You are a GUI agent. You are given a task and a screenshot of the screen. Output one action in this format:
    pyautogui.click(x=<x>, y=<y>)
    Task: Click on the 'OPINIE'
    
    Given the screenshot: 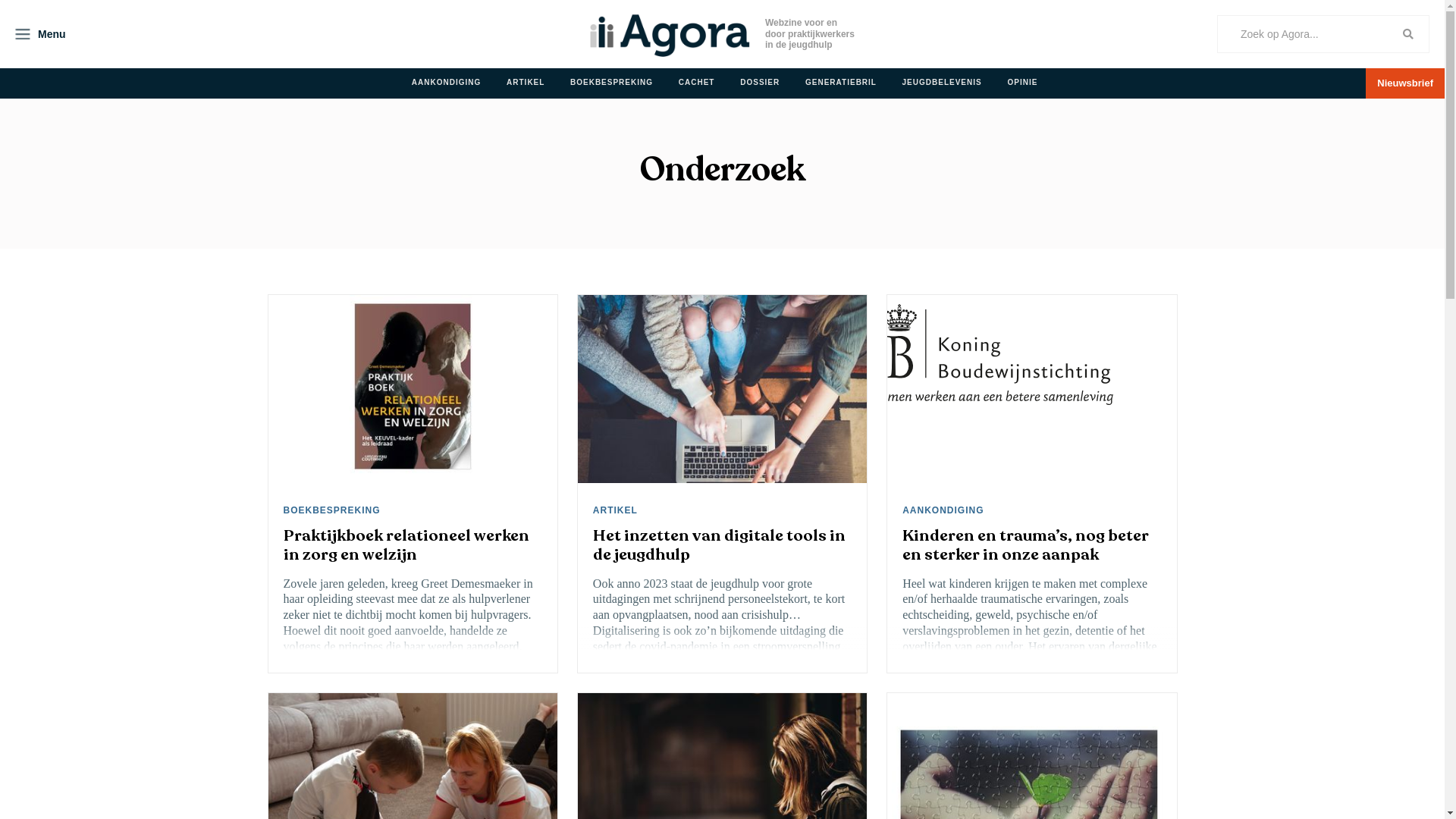 What is the action you would take?
    pyautogui.click(x=996, y=83)
    